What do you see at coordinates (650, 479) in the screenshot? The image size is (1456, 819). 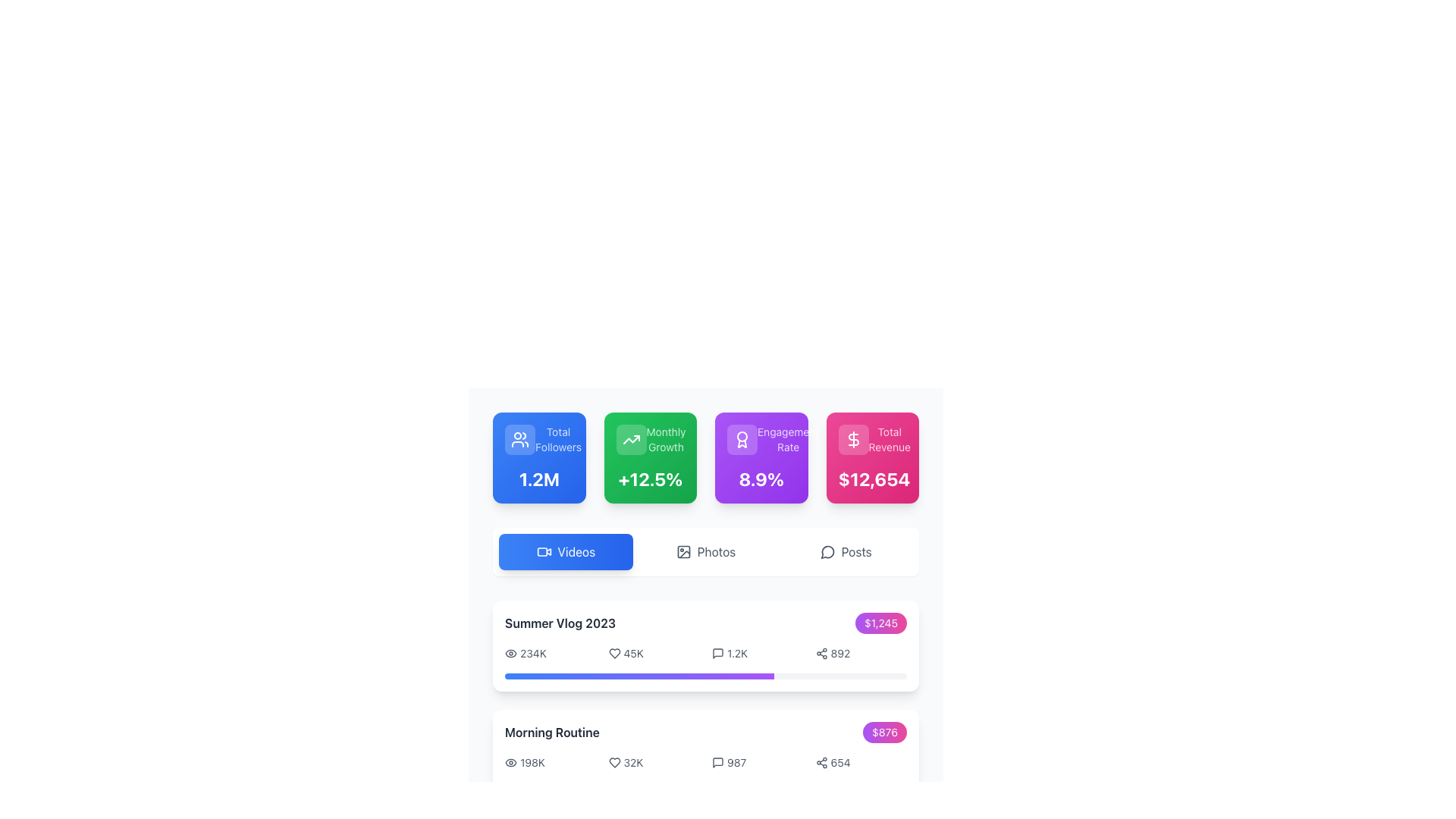 I see `the Text Label displaying a key metric or statistic, located in the second column of a card with a green gradient background` at bounding box center [650, 479].